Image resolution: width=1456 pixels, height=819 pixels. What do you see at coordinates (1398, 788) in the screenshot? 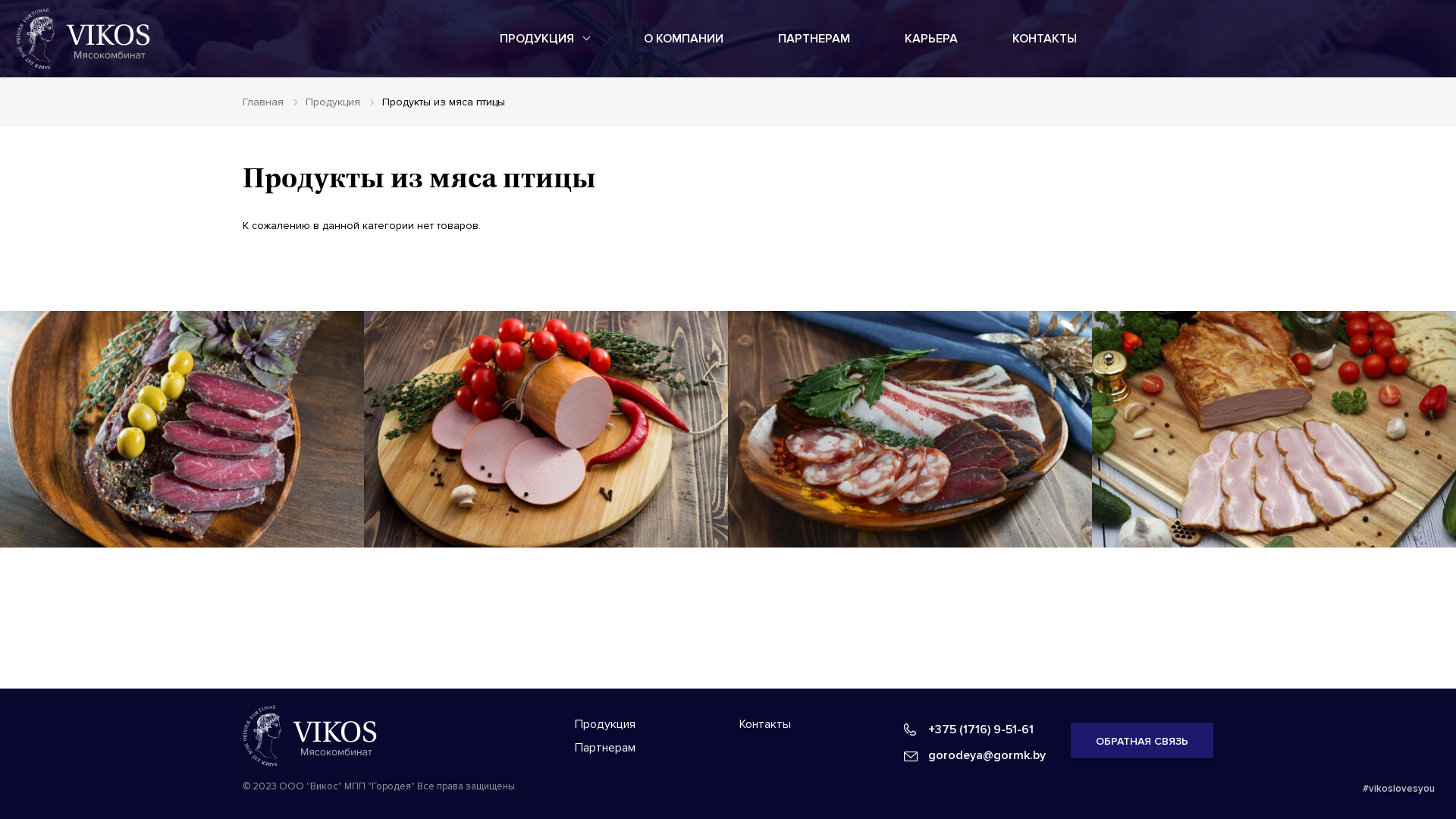
I see `'#vikoslovesyou'` at bounding box center [1398, 788].